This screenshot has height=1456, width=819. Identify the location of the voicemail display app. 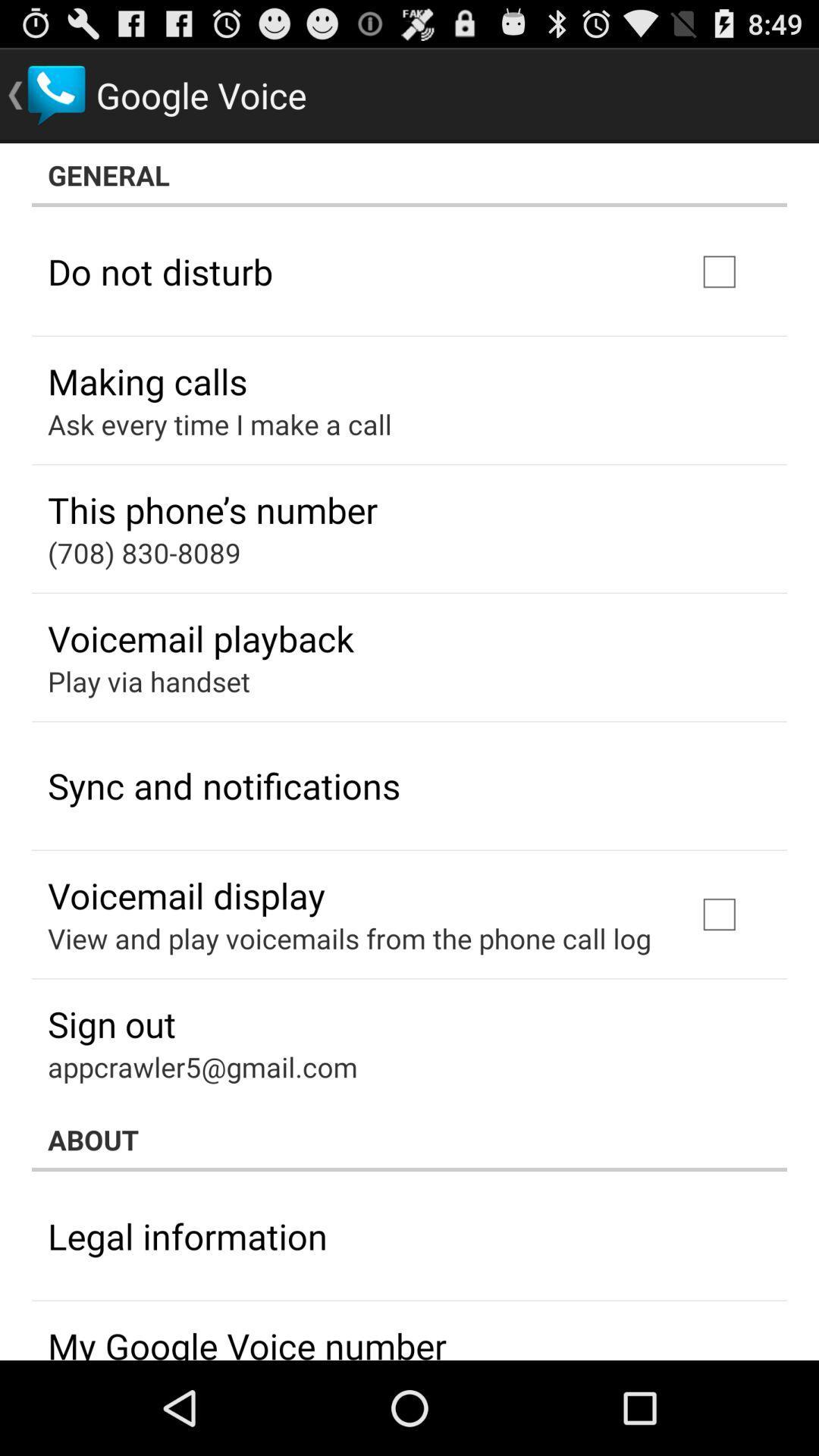
(186, 895).